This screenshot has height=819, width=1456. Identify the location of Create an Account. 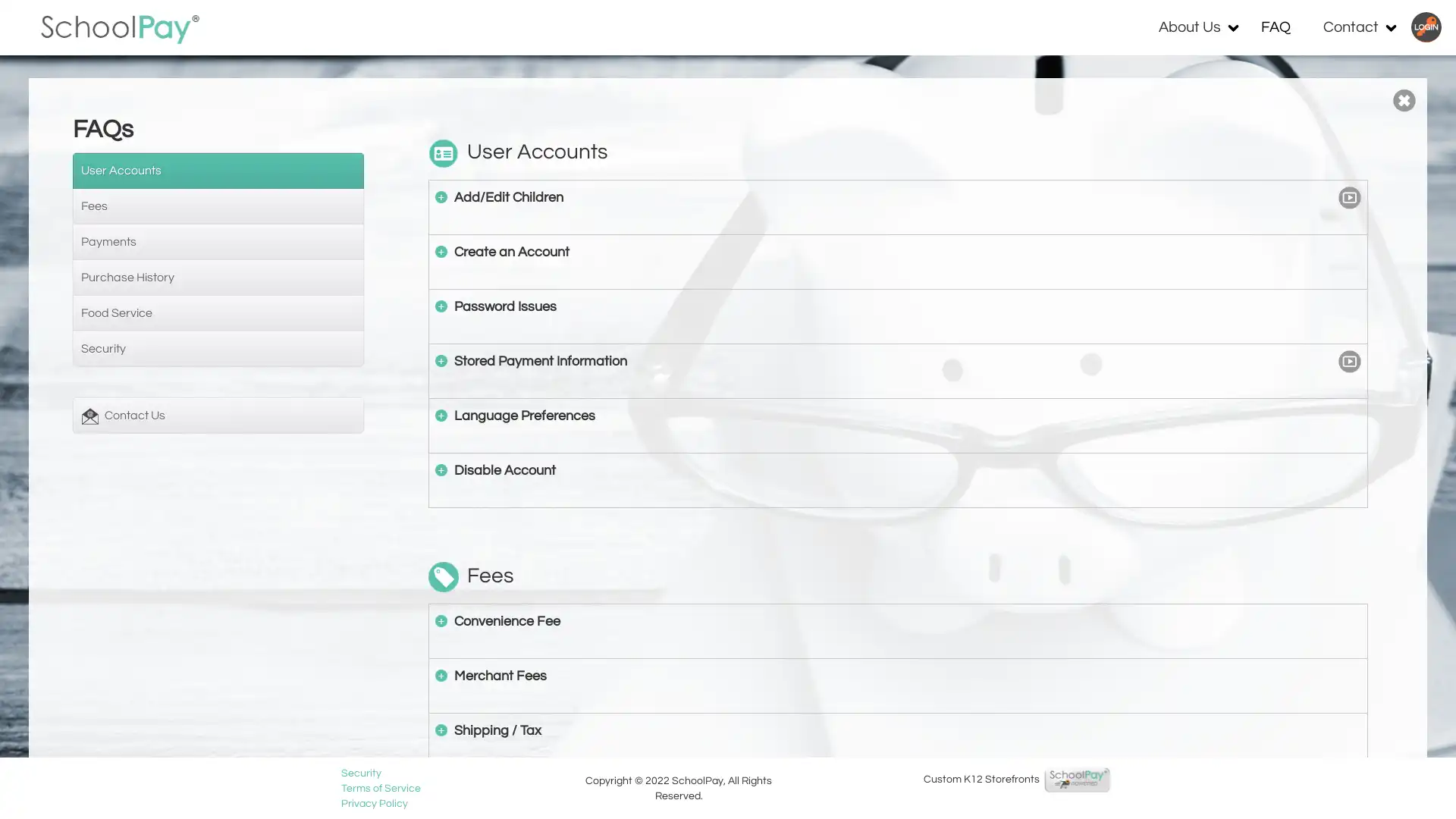
(440, 250).